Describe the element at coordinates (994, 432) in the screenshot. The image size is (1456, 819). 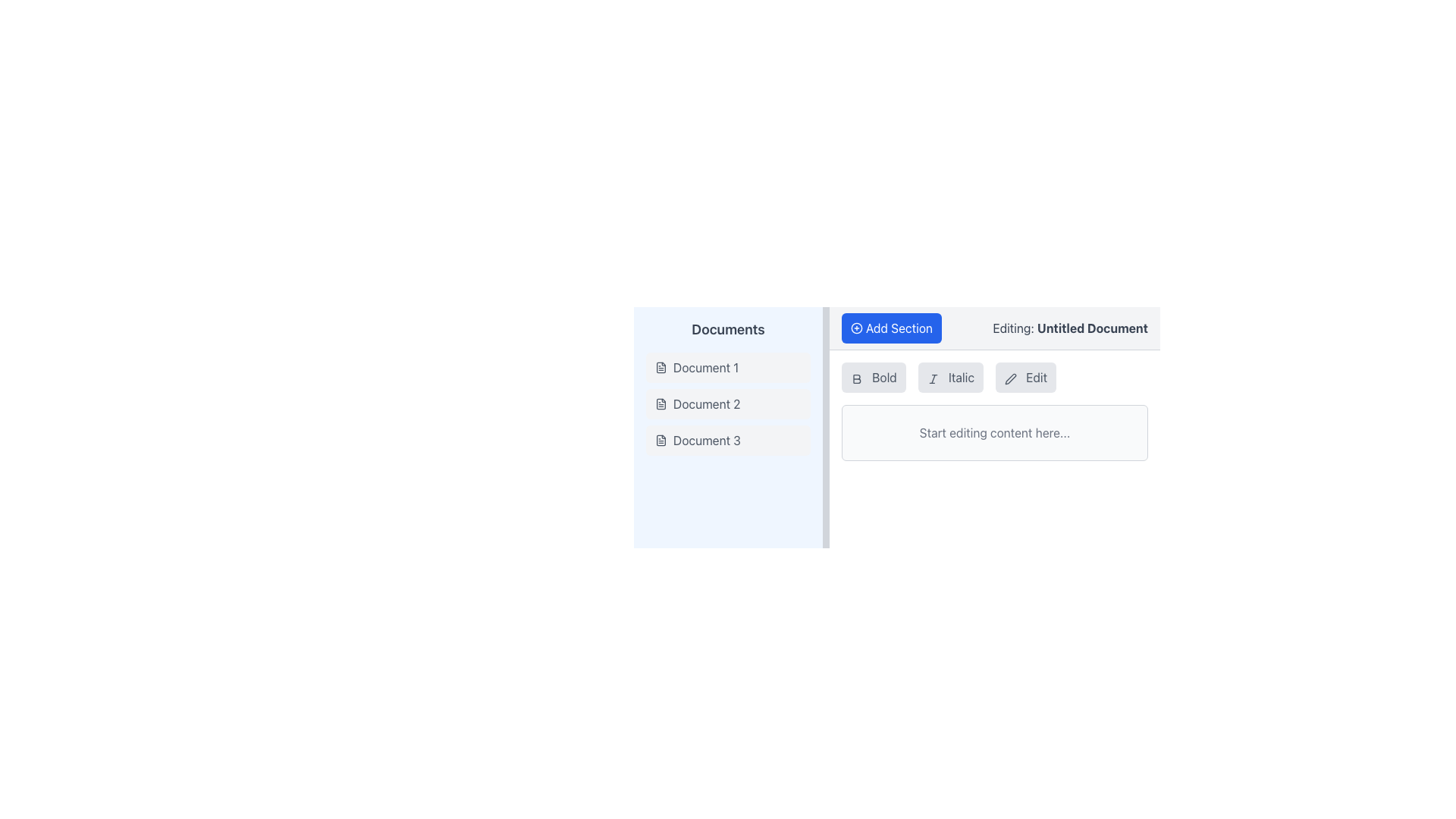
I see `the Content Editing Placeholder, which is the prominent text input area located below the 'Bold', 'Italic', and 'Edit' buttons, to focus for editing` at that location.